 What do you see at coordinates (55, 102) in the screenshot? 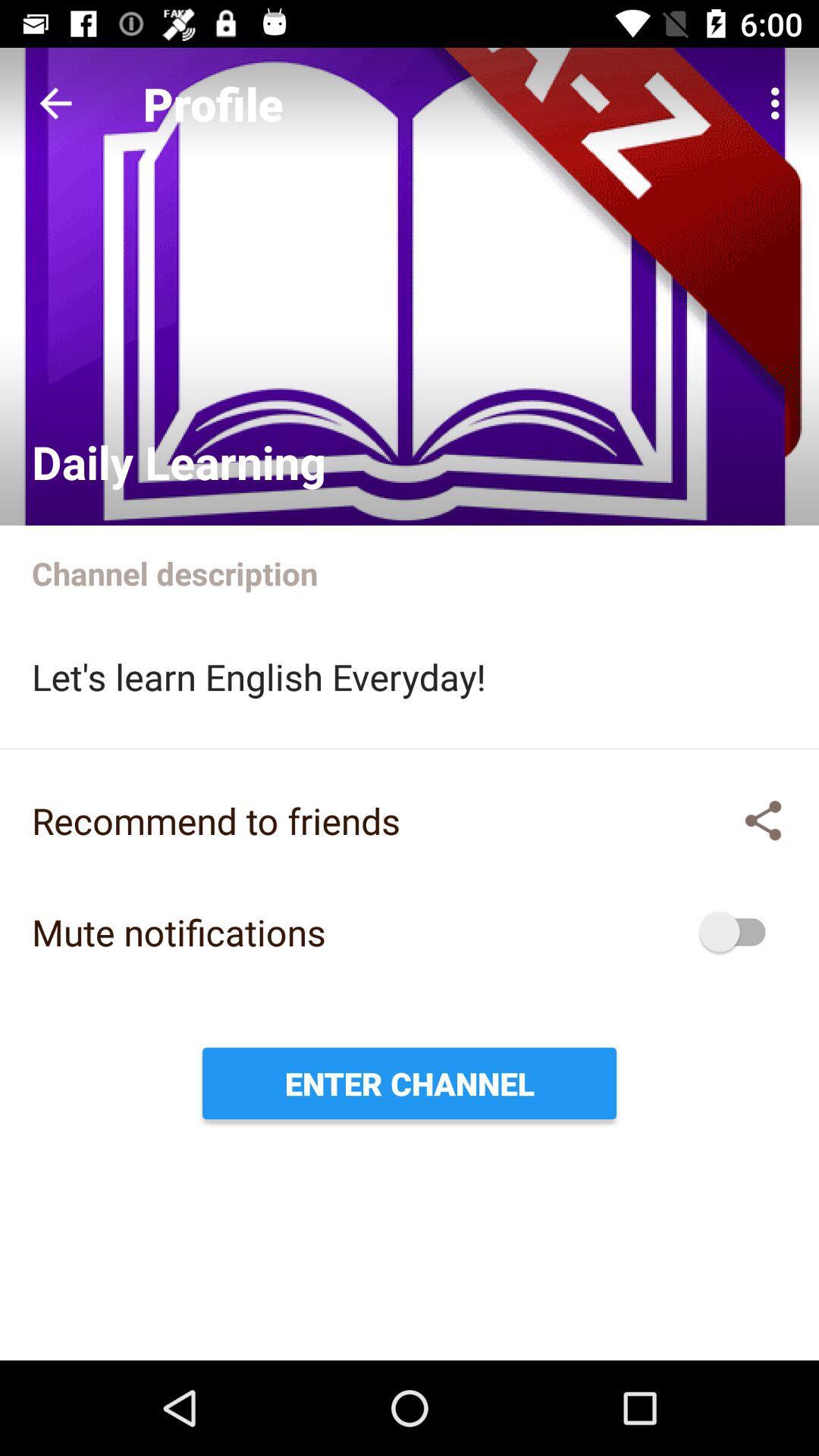
I see `previous` at bounding box center [55, 102].